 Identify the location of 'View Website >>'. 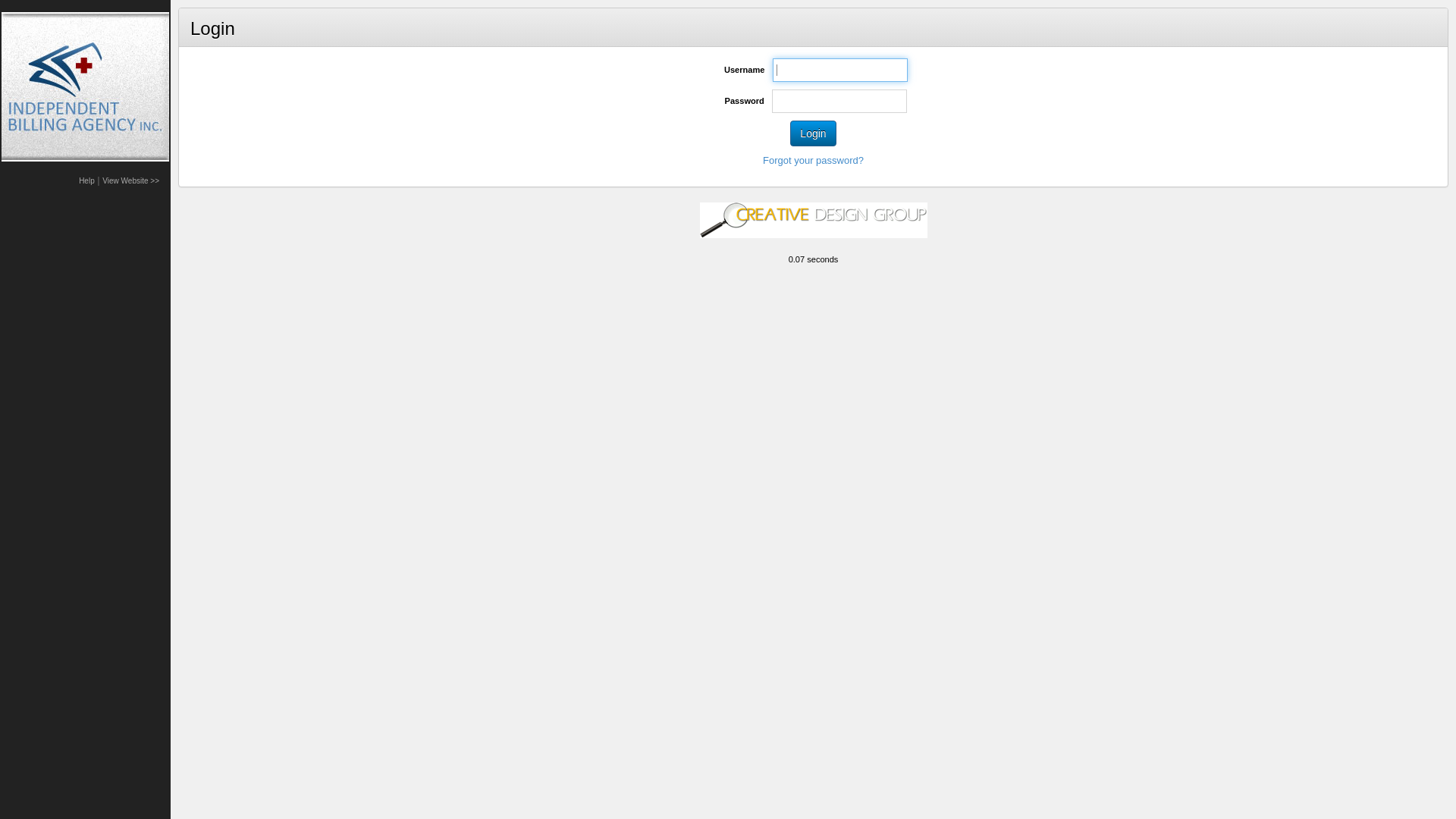
(130, 180).